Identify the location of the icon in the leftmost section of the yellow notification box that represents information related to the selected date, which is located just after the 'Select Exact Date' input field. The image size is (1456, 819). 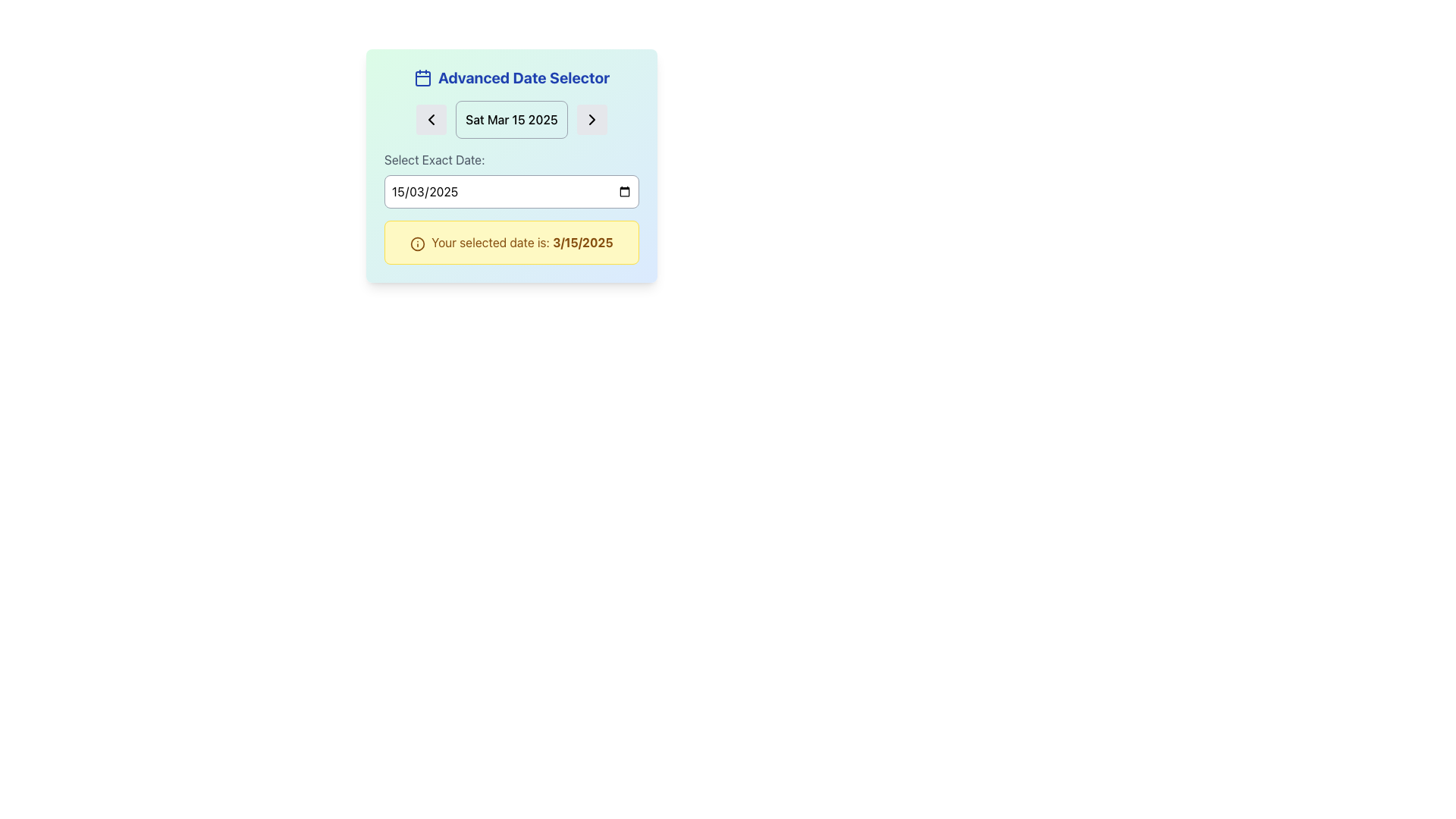
(418, 243).